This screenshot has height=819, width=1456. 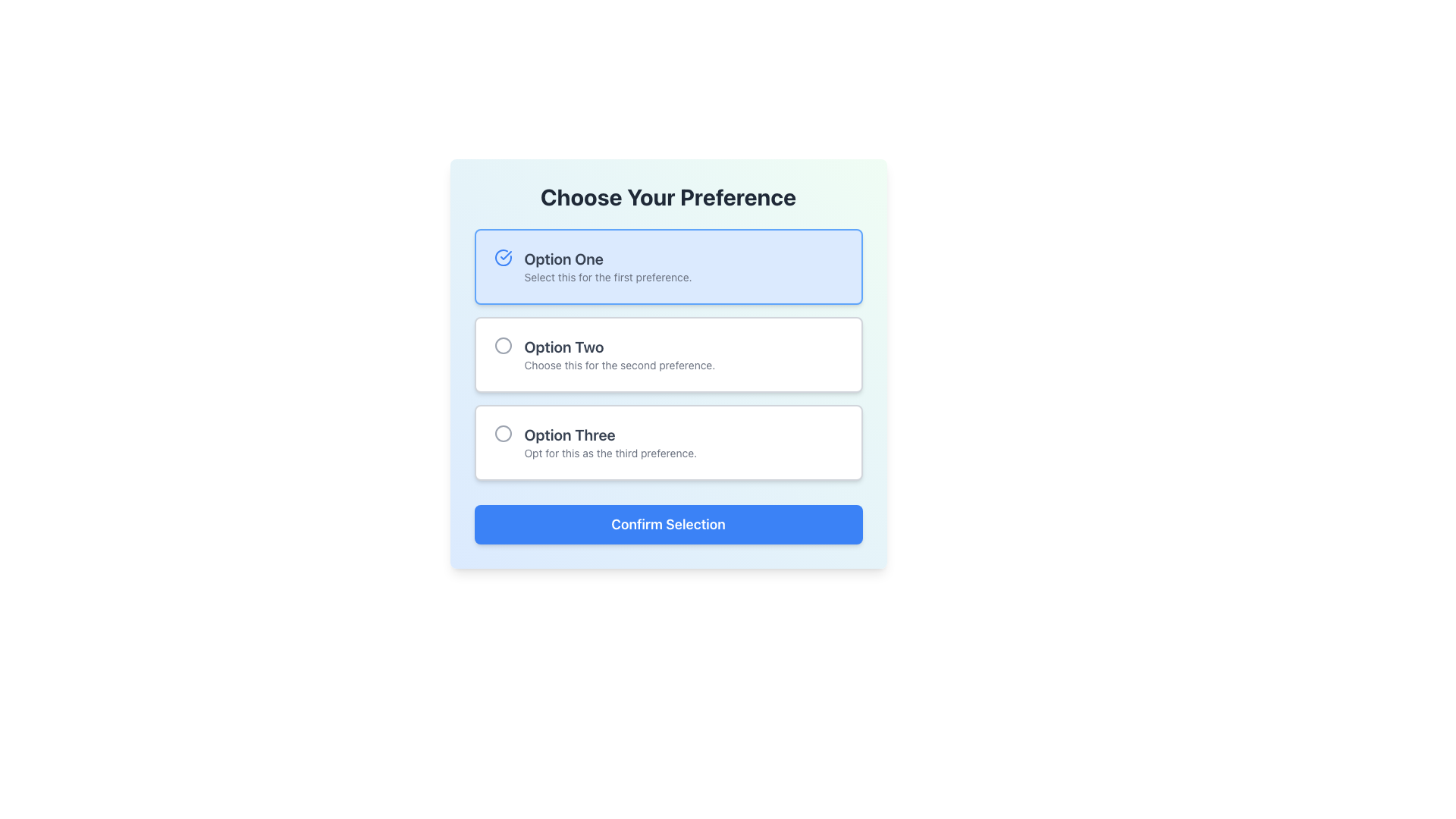 What do you see at coordinates (503, 256) in the screenshot?
I see `the graphical component resembling a segment of a circle with a checkmark inside, styled in blue, located next to the text 'Option One'` at bounding box center [503, 256].